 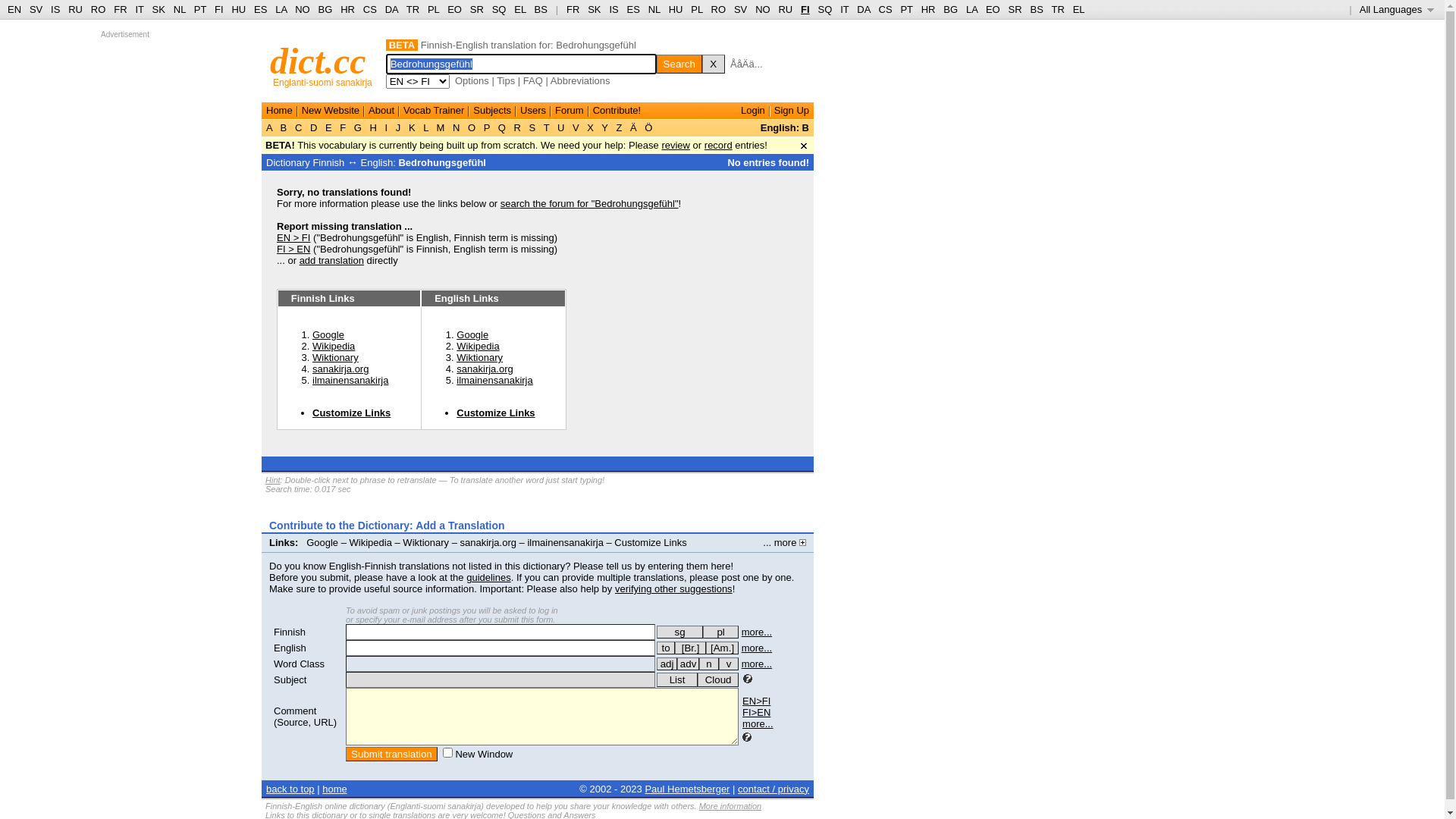 What do you see at coordinates (471, 80) in the screenshot?
I see `'Options'` at bounding box center [471, 80].